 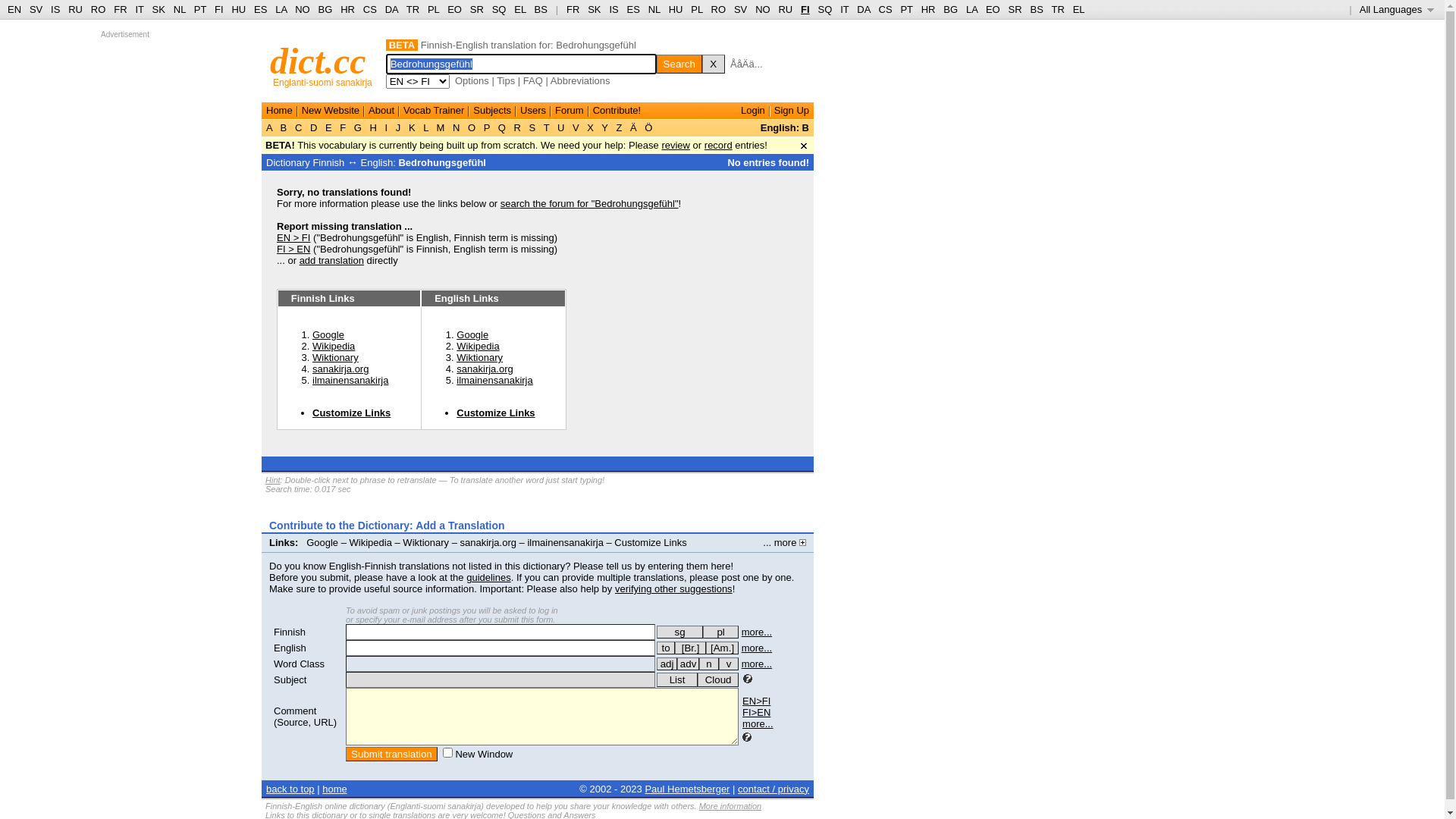 What do you see at coordinates (471, 80) in the screenshot?
I see `'Options'` at bounding box center [471, 80].